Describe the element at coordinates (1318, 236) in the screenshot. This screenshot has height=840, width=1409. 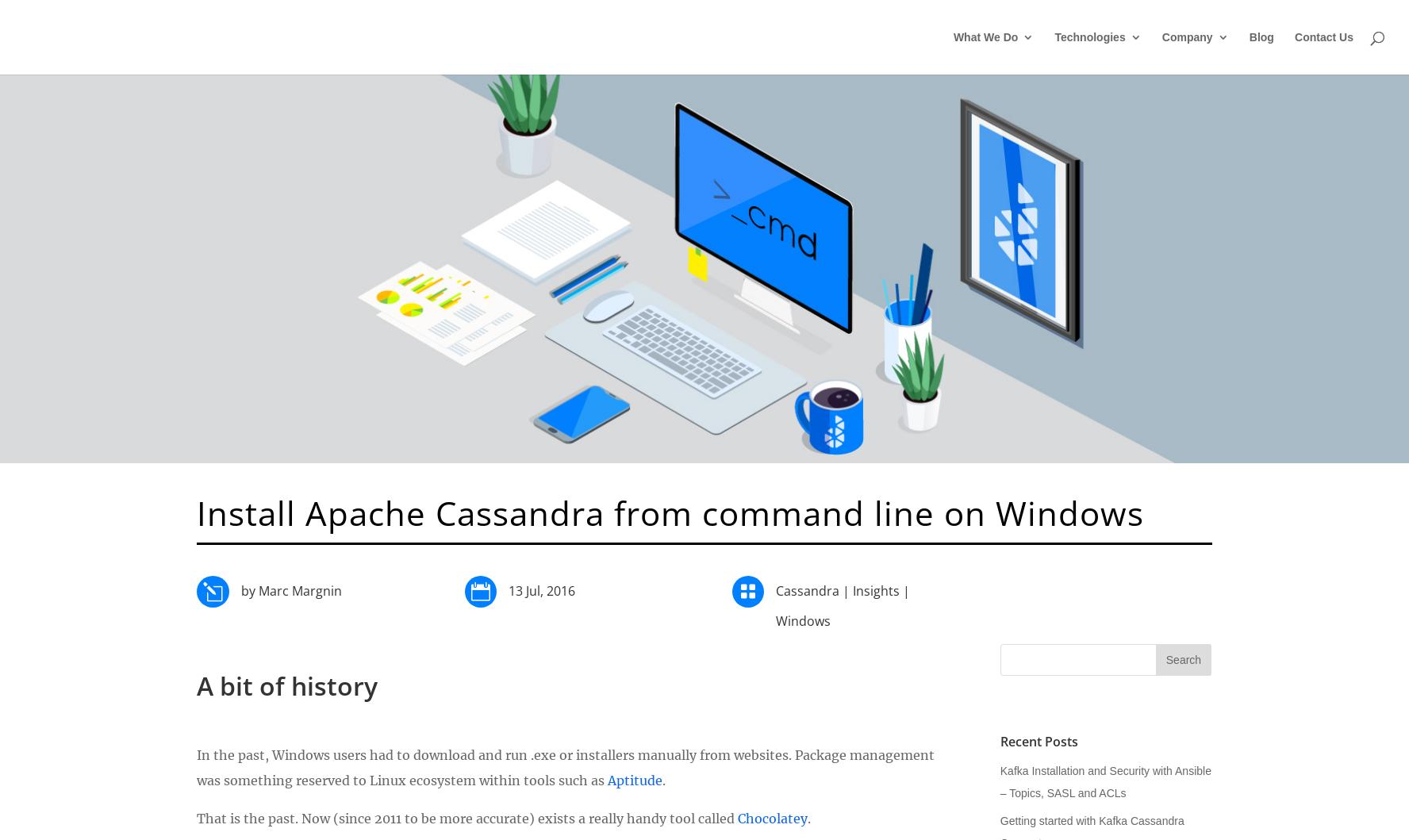
I see `'Apache Hadoop'` at that location.